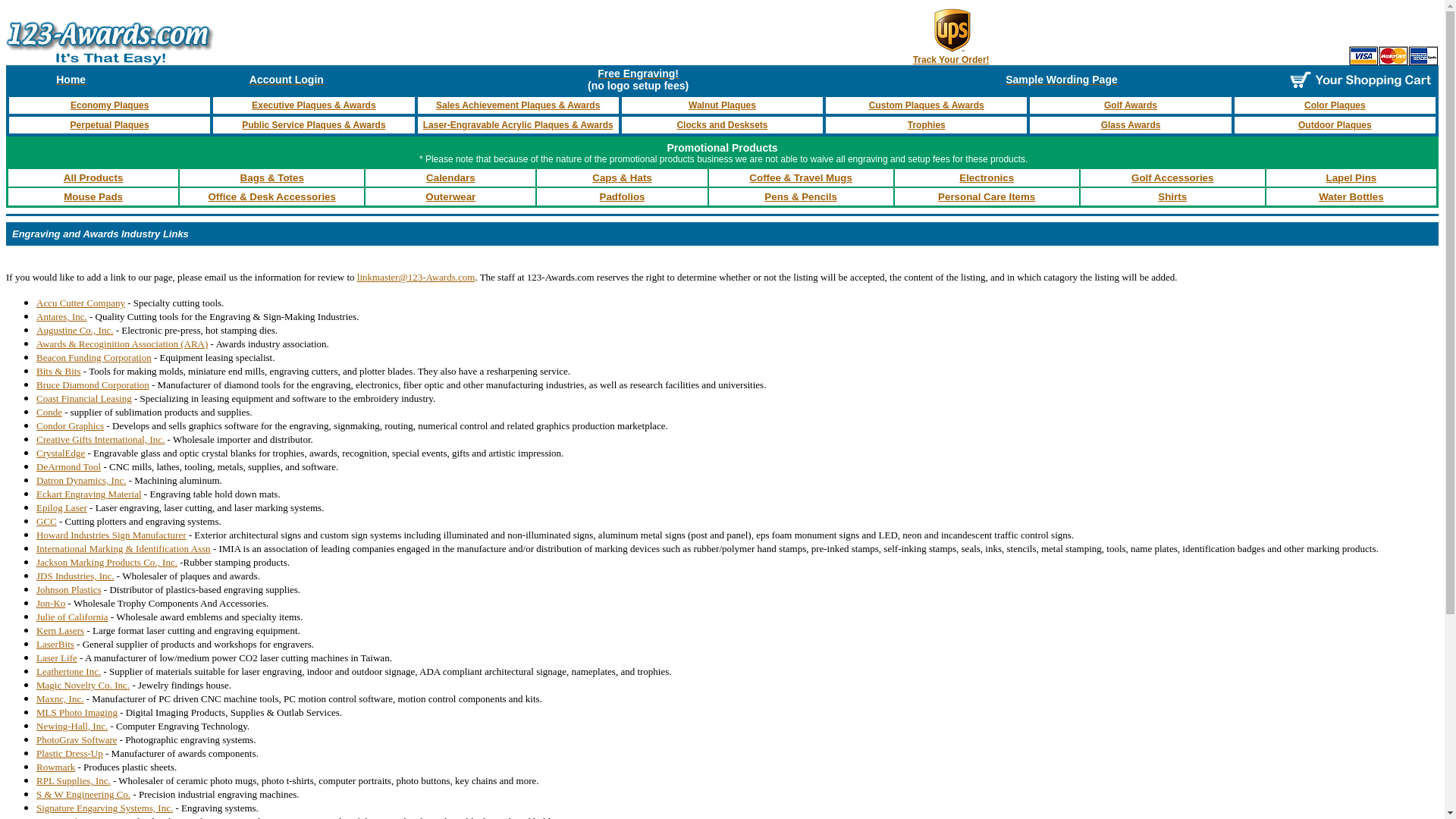 The image size is (1456, 819). Describe the element at coordinates (599, 196) in the screenshot. I see `'Padfolios'` at that location.